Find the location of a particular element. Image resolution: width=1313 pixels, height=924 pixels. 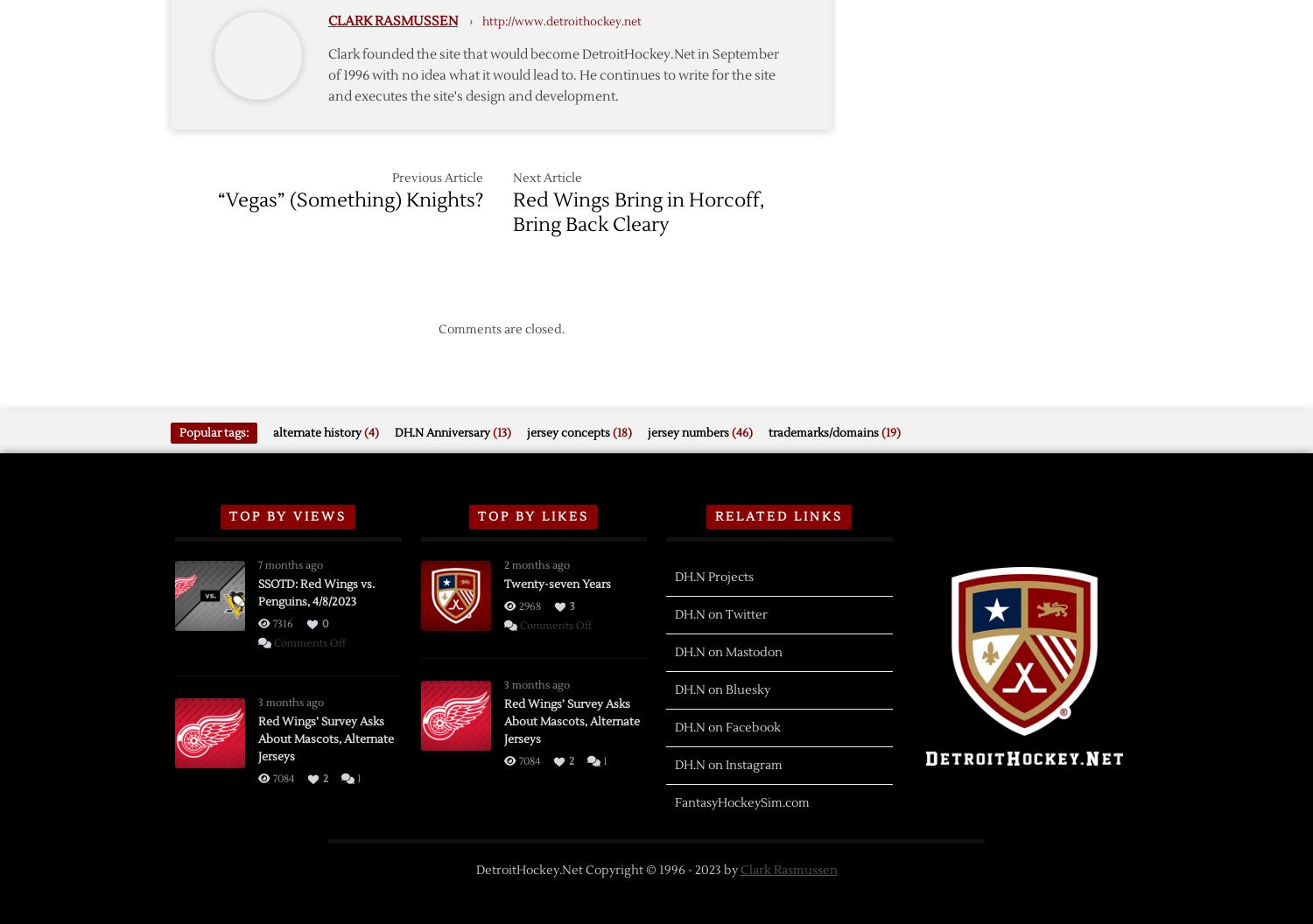

'by' is located at coordinates (729, 869).